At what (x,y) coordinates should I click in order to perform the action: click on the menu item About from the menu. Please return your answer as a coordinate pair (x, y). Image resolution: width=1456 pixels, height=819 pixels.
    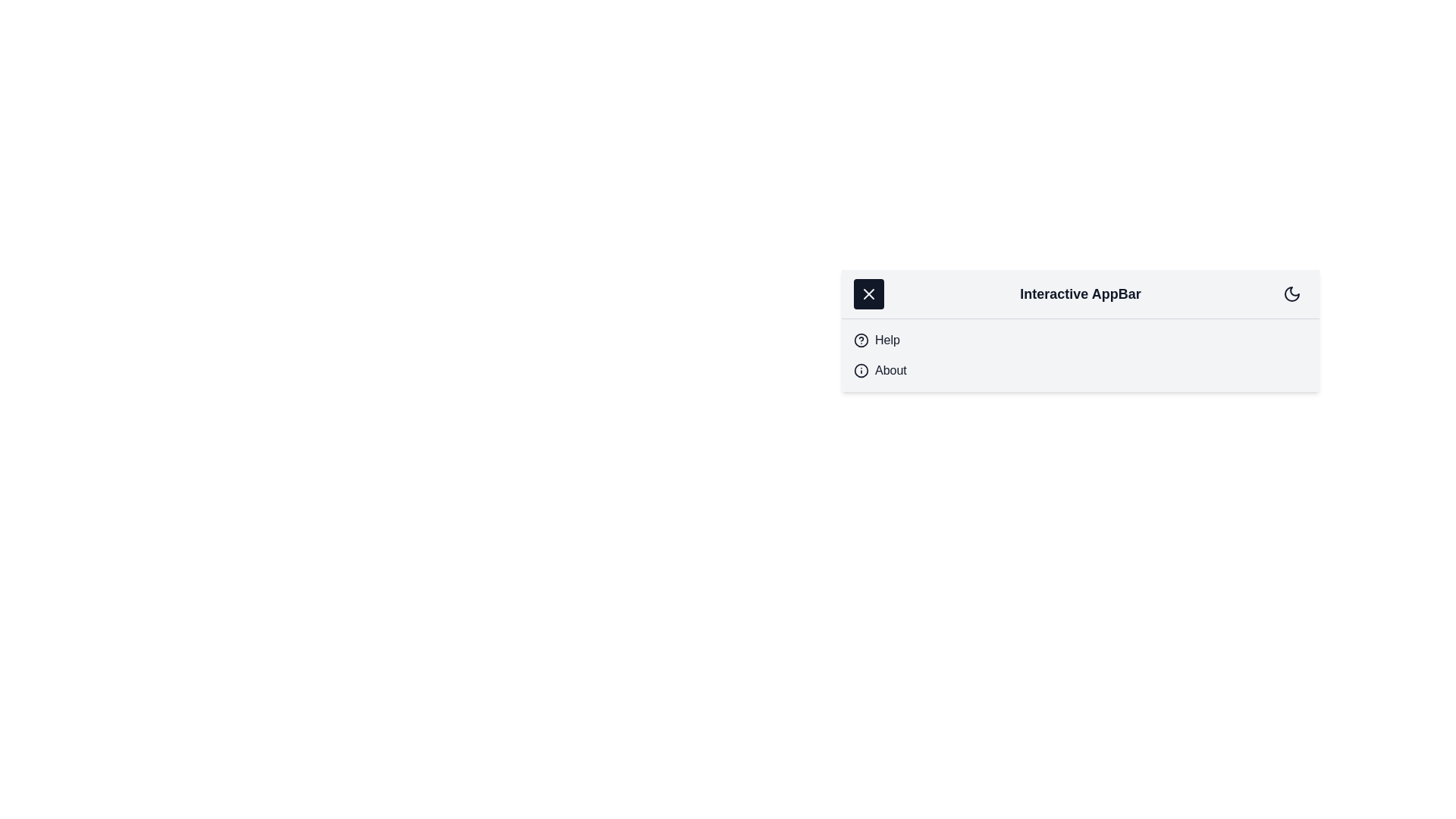
    Looking at the image, I should click on (890, 371).